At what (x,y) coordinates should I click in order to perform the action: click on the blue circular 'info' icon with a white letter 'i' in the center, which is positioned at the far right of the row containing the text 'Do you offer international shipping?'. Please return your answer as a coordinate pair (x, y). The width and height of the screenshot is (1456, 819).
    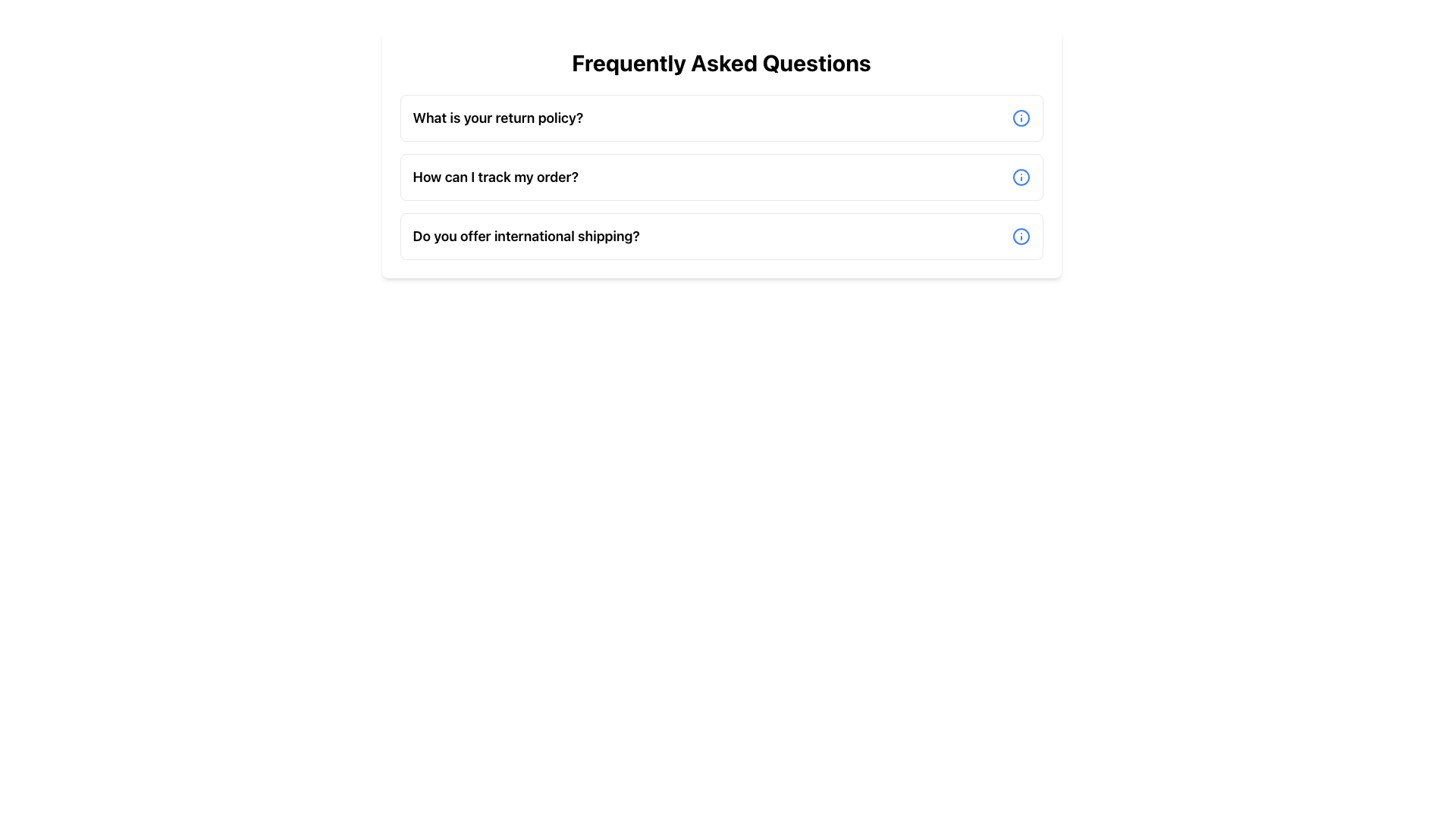
    Looking at the image, I should click on (1021, 237).